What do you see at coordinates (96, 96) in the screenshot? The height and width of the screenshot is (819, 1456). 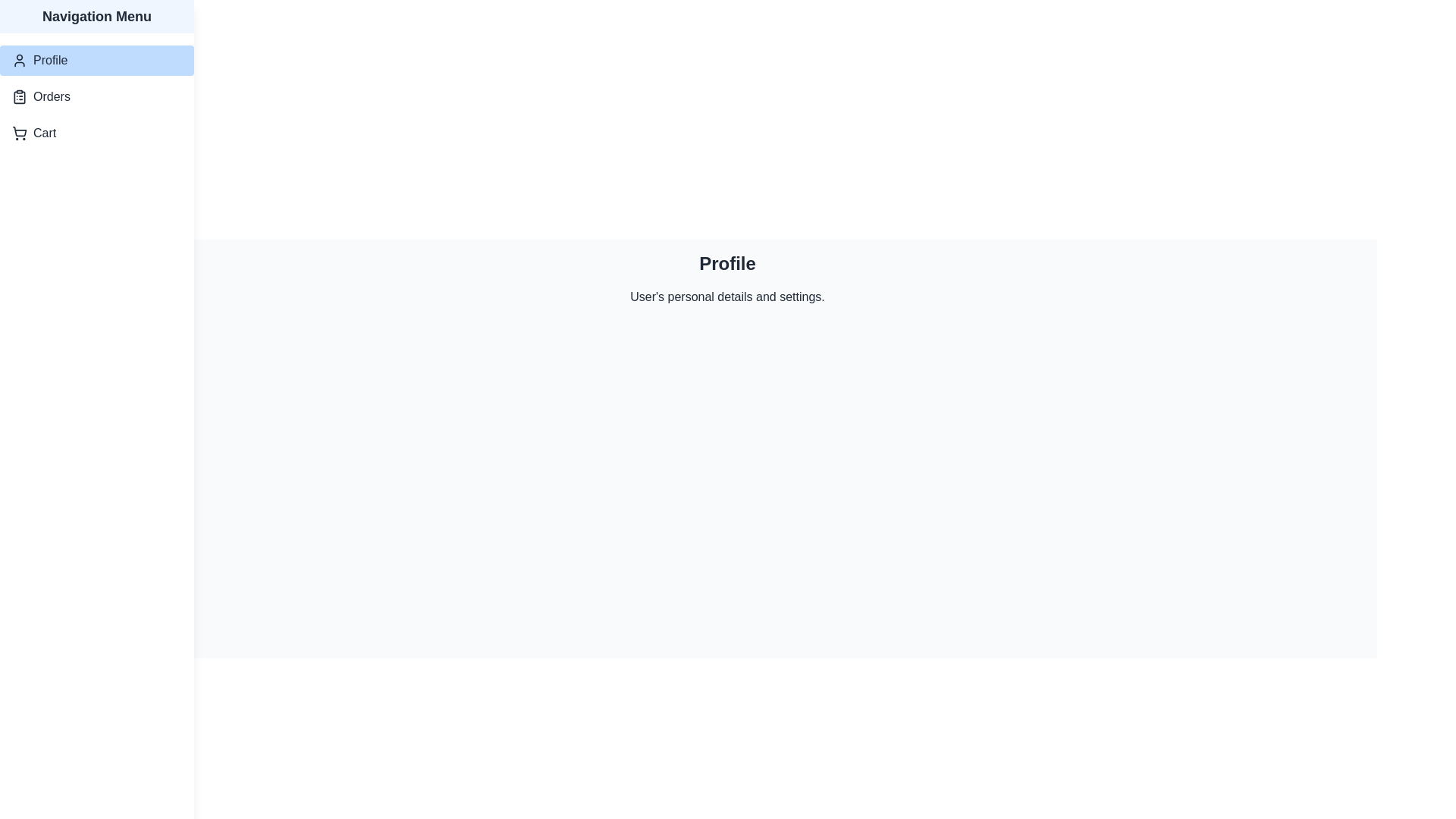 I see `the second item in the vertical navigation menu, which serves as a link to the Orders section of the application` at bounding box center [96, 96].